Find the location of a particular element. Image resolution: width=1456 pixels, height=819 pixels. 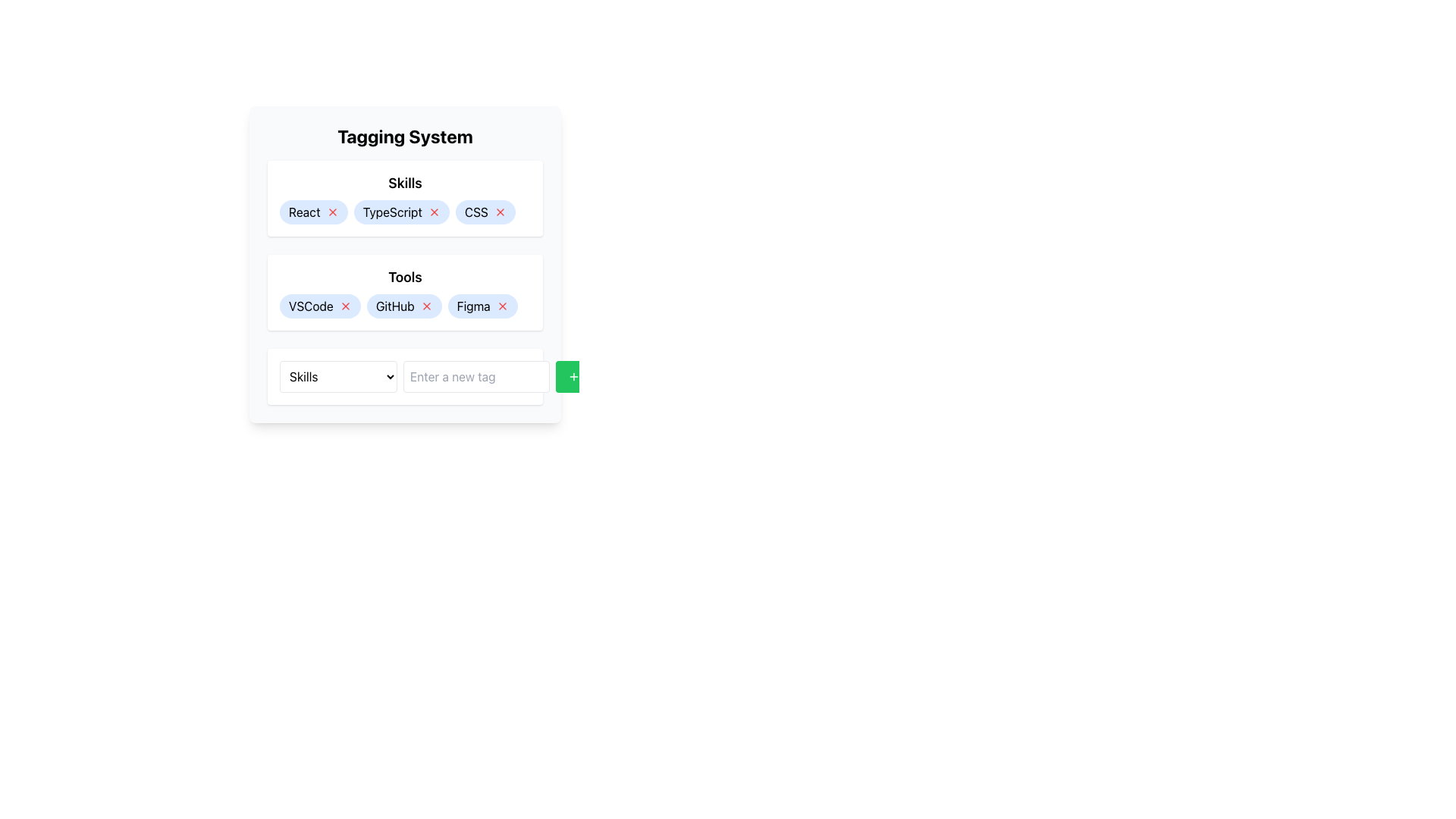

the text input field labeled 'Enter a new tag', which is the second element in a row, to potentially trigger visual feedback is located at coordinates (475, 376).